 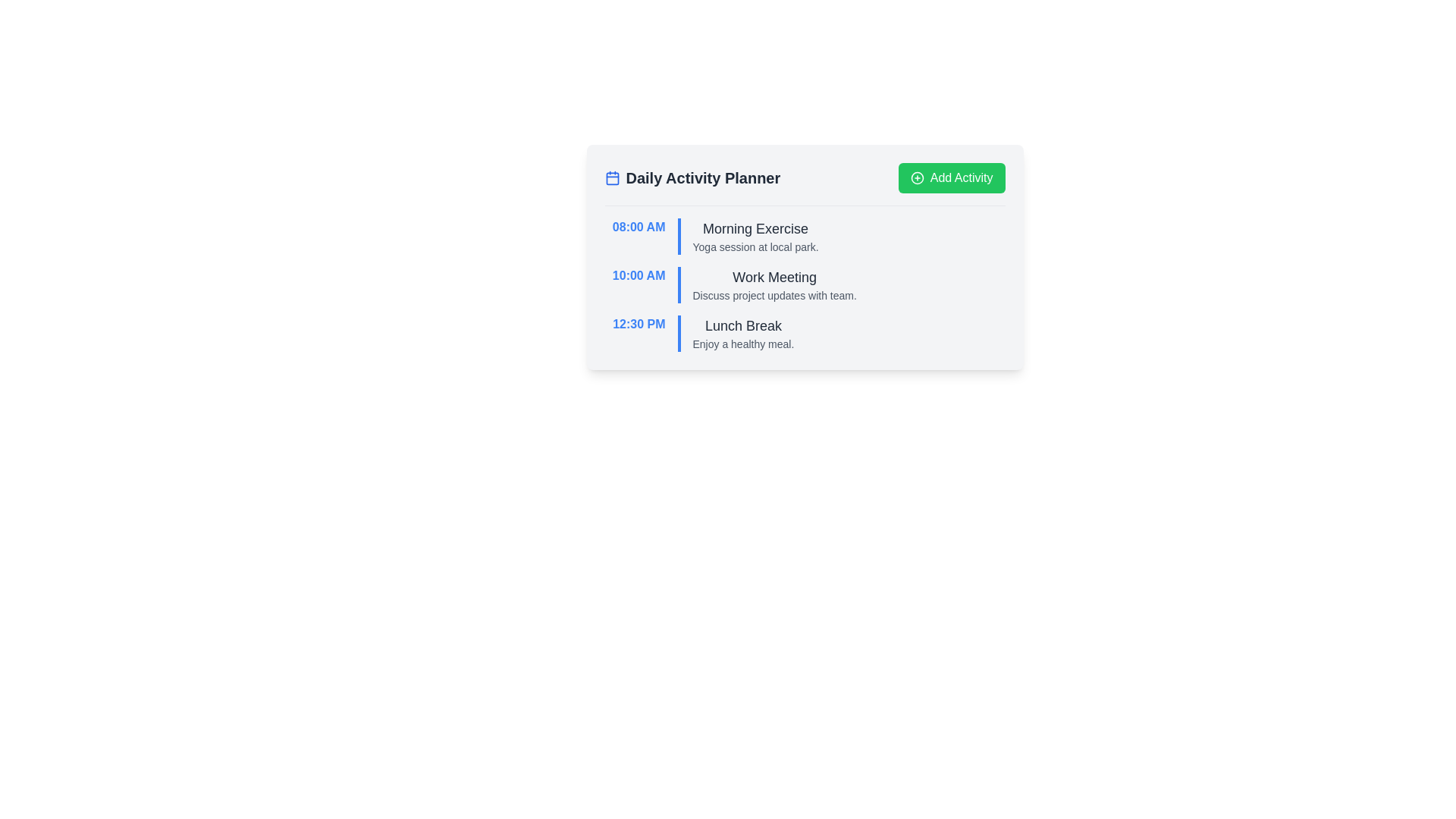 I want to click on textual information from the Event Entry element displaying '08:00 AM' and 'Morning Exercise' in the daily planner interface, so click(x=804, y=237).